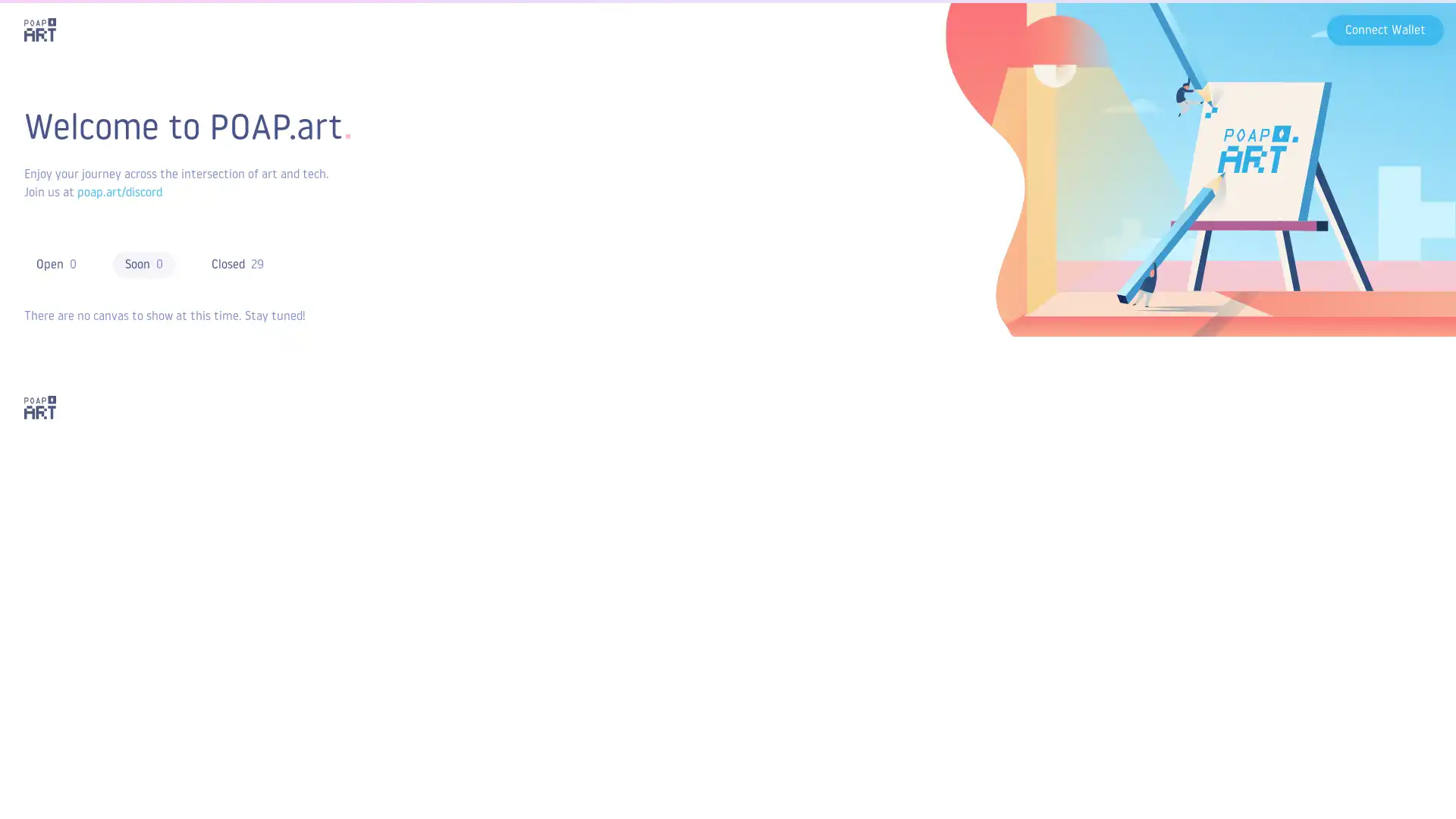  Describe the element at coordinates (1385, 29) in the screenshot. I see `Connect Wallet Connect Wallet` at that location.